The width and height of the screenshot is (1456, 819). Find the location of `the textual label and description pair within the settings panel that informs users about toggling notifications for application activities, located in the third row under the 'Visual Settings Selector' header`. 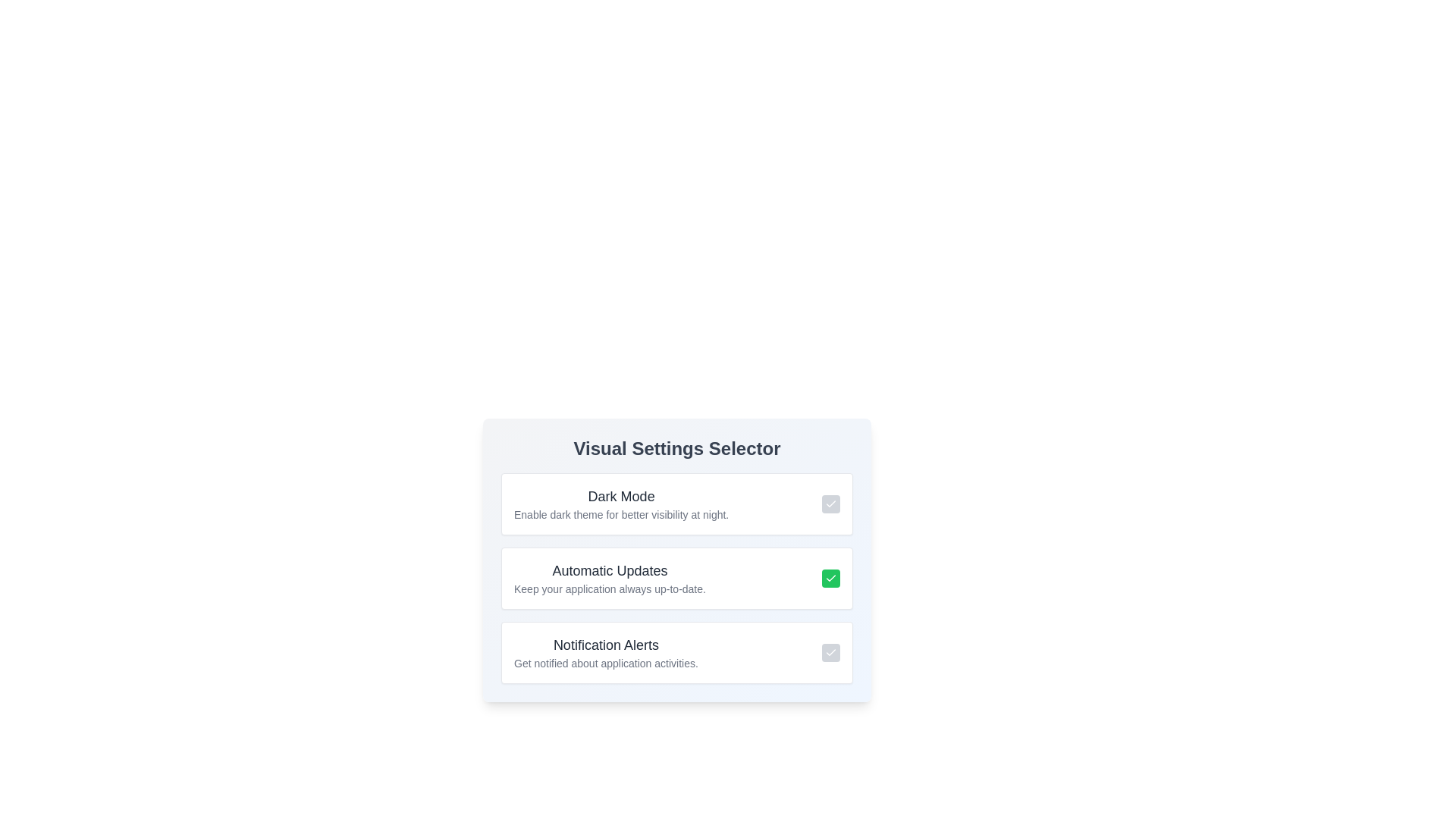

the textual label and description pair within the settings panel that informs users about toggling notifications for application activities, located in the third row under the 'Visual Settings Selector' header is located at coordinates (605, 651).